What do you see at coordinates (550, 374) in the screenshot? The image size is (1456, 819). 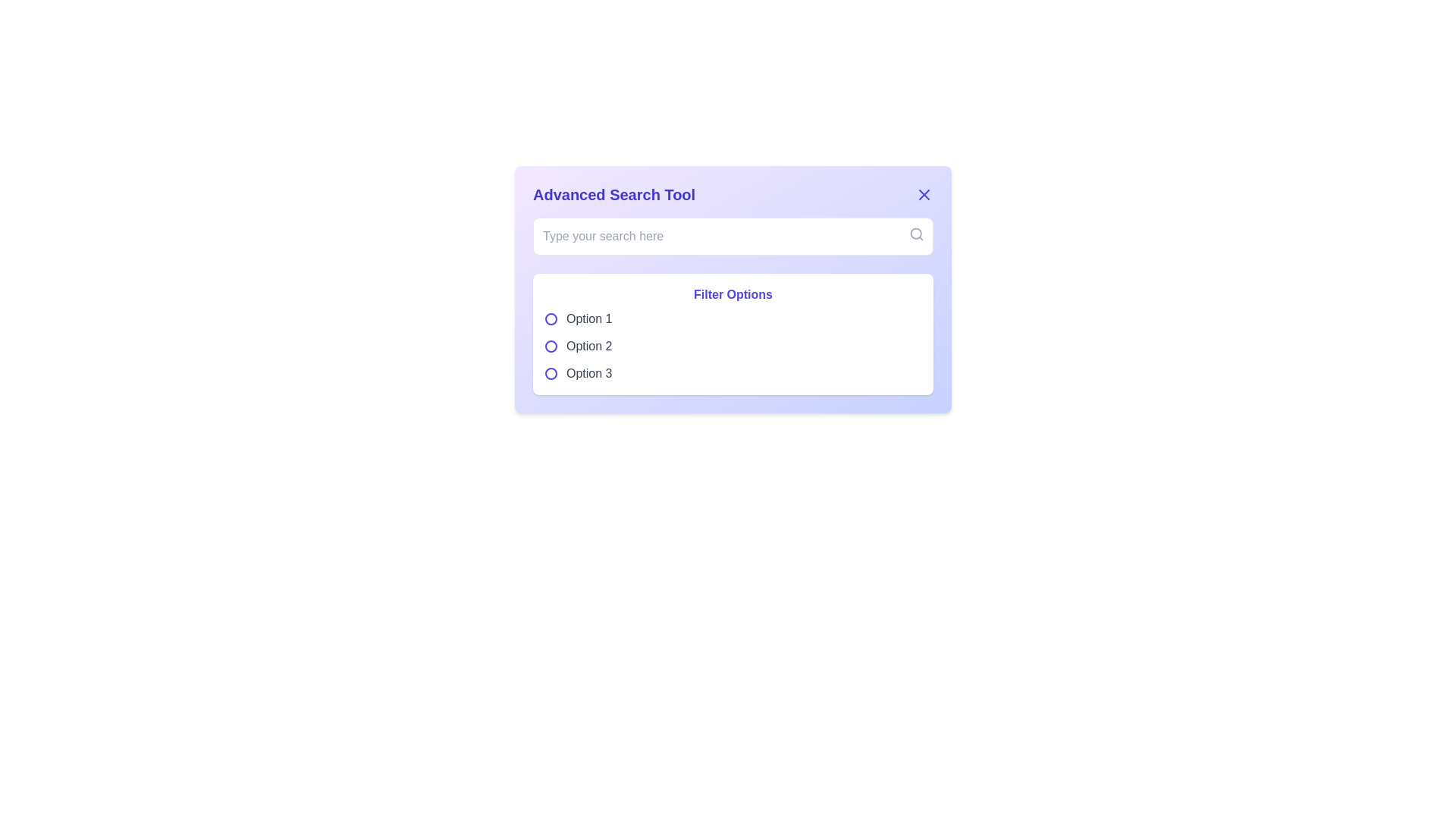 I see `the radio button located next to the text 'Option 3'` at bounding box center [550, 374].